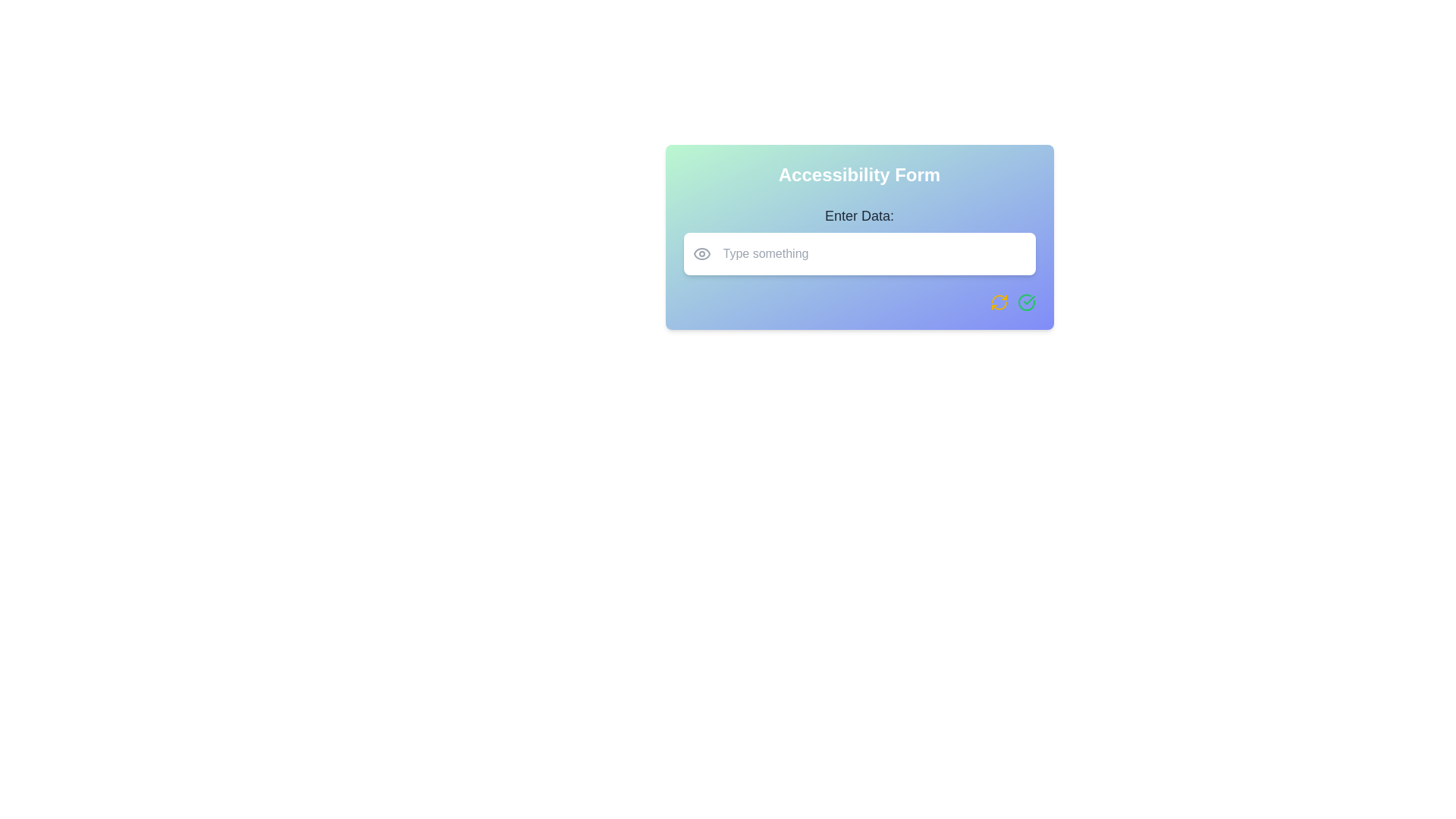  I want to click on text label 'Enter Data:' which is styled in bold and displayed above an input text box, so click(859, 216).